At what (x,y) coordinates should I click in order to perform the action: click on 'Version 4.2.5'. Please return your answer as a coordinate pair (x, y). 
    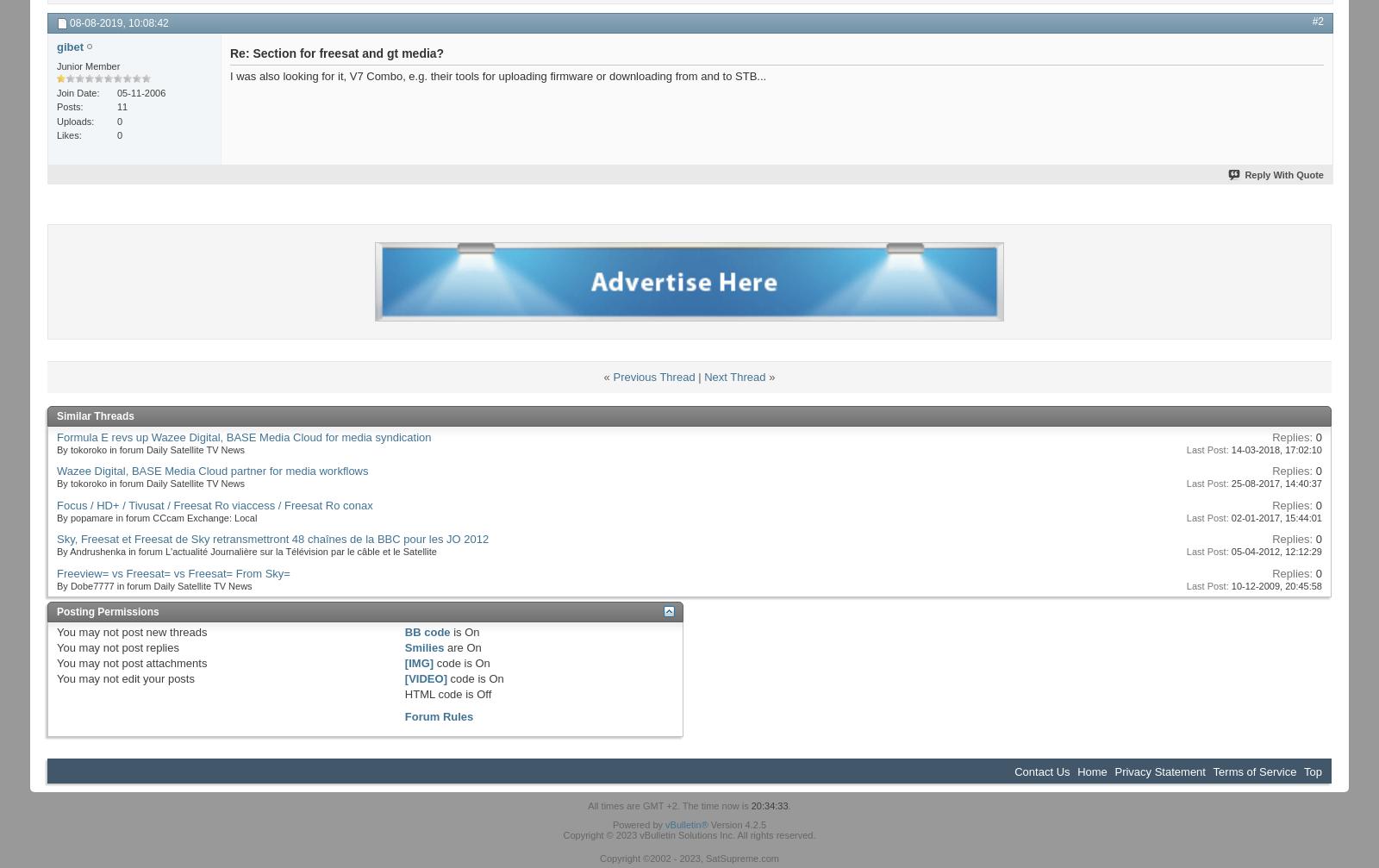
    Looking at the image, I should click on (736, 823).